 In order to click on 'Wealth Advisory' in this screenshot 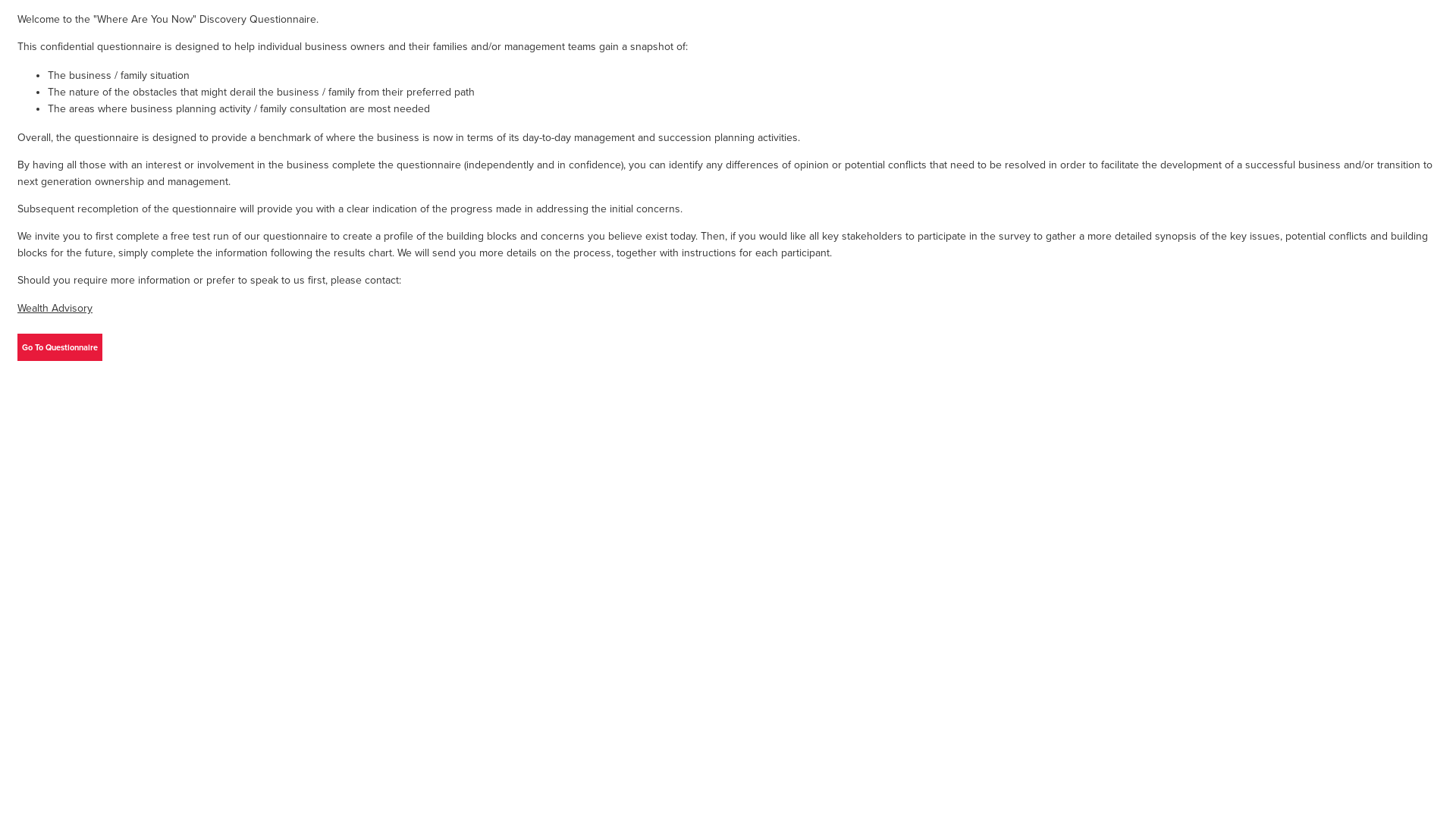, I will do `click(55, 307)`.